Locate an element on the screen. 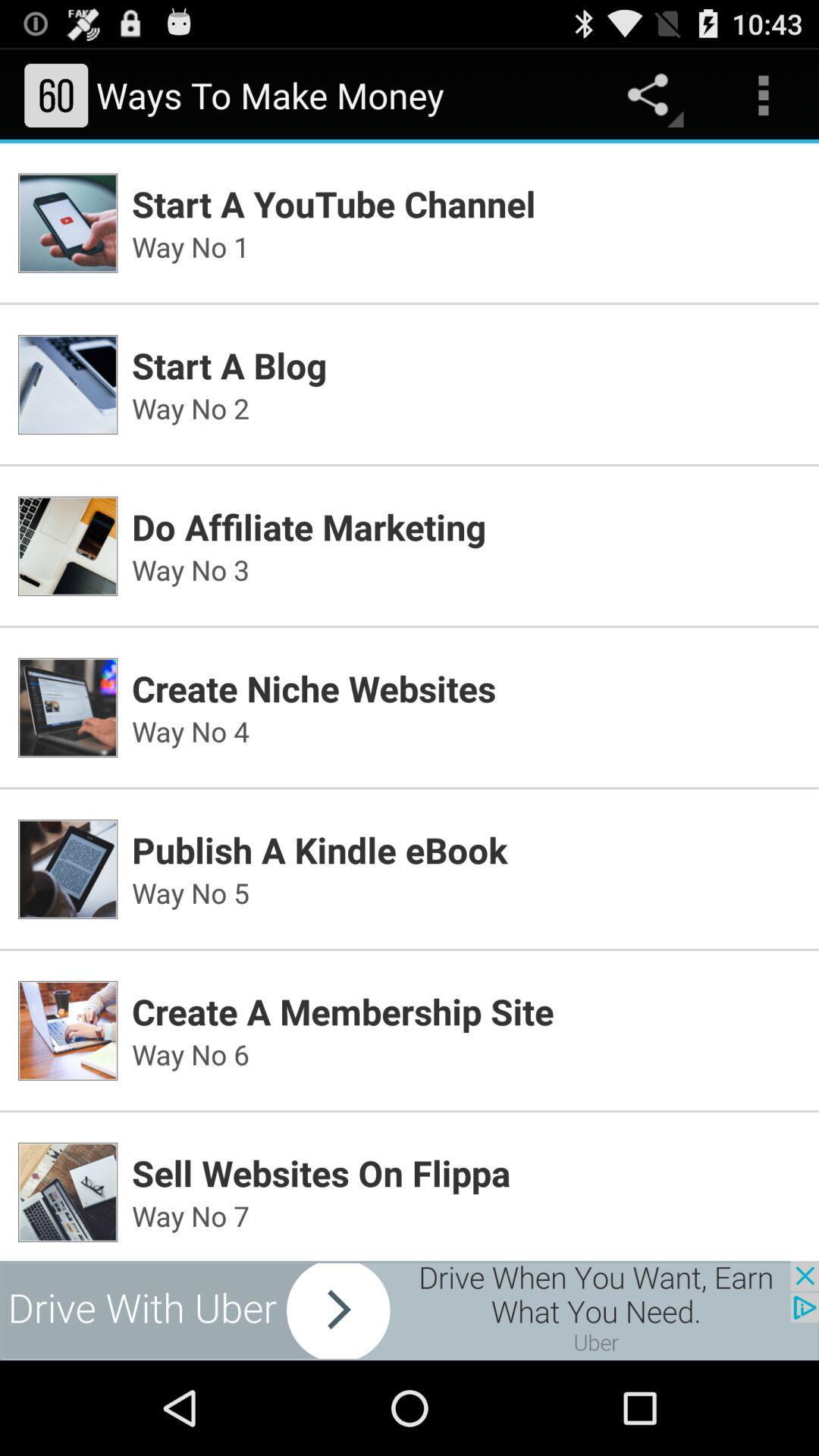 The width and height of the screenshot is (819, 1456). open advertisement is located at coordinates (409, 1310).